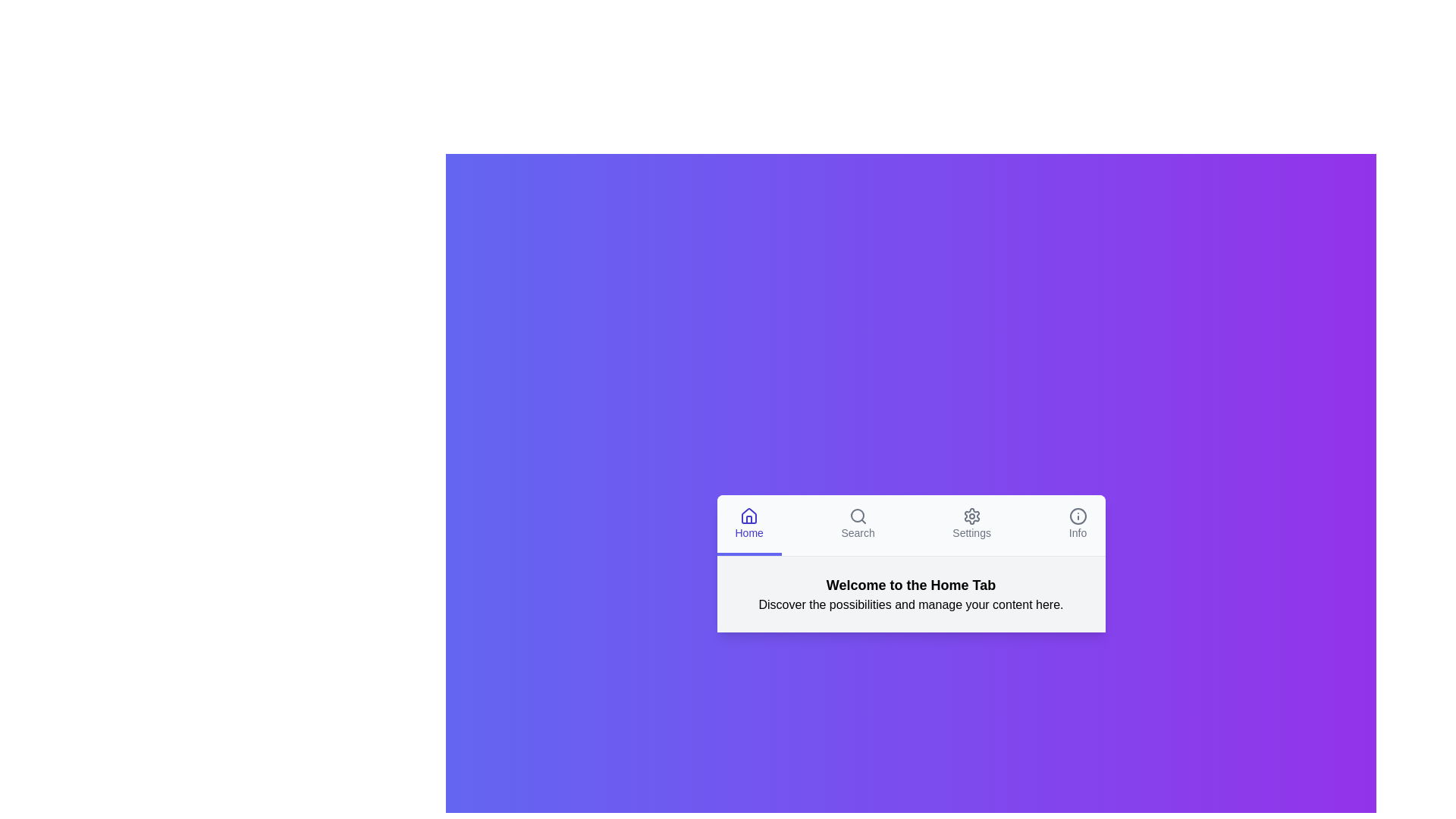 Image resolution: width=1456 pixels, height=819 pixels. What do you see at coordinates (749, 515) in the screenshot?
I see `the 'Home' SVG icon in the bottom navigation bar` at bounding box center [749, 515].